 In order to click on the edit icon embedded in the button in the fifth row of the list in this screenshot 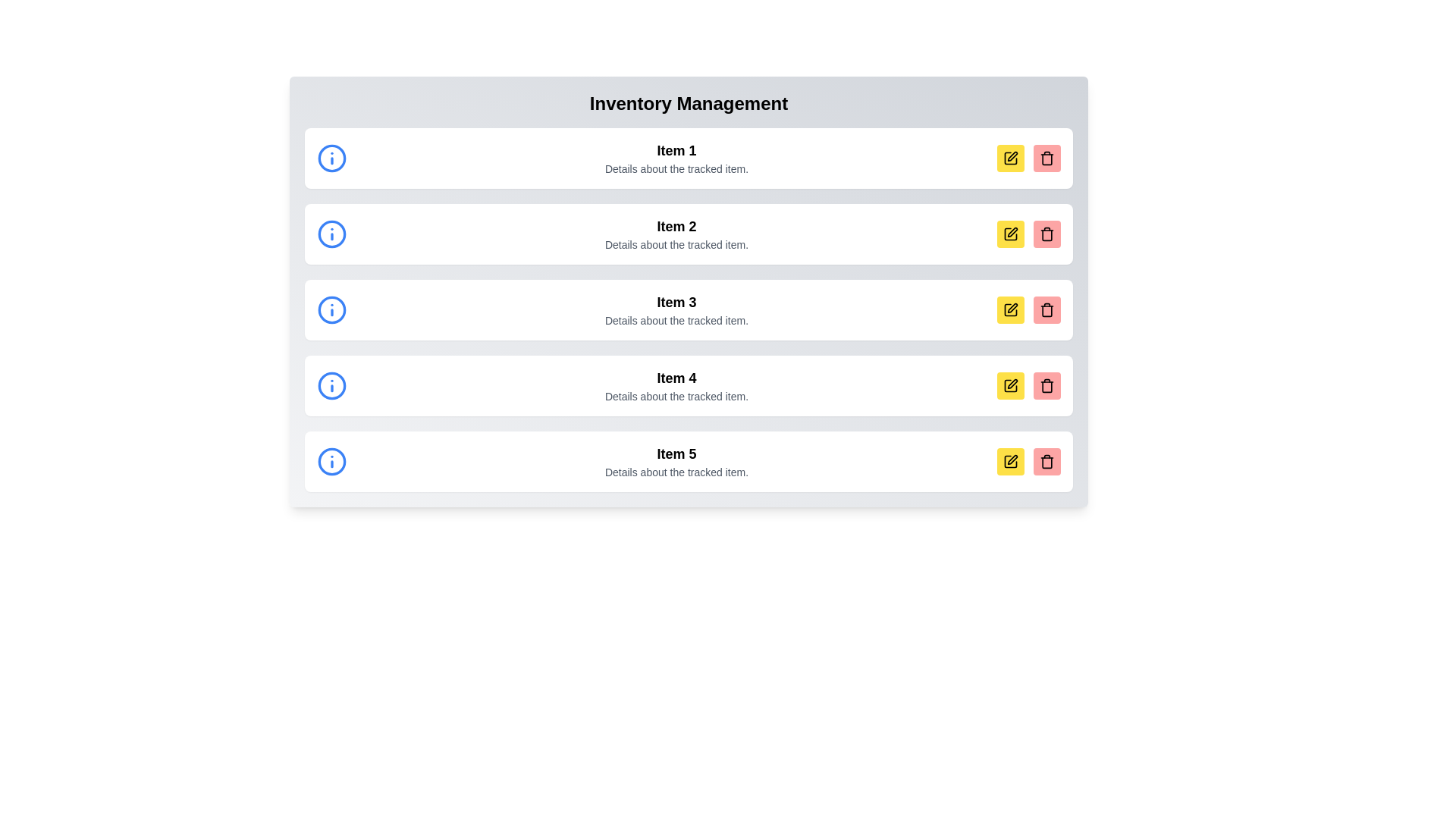, I will do `click(1011, 385)`.